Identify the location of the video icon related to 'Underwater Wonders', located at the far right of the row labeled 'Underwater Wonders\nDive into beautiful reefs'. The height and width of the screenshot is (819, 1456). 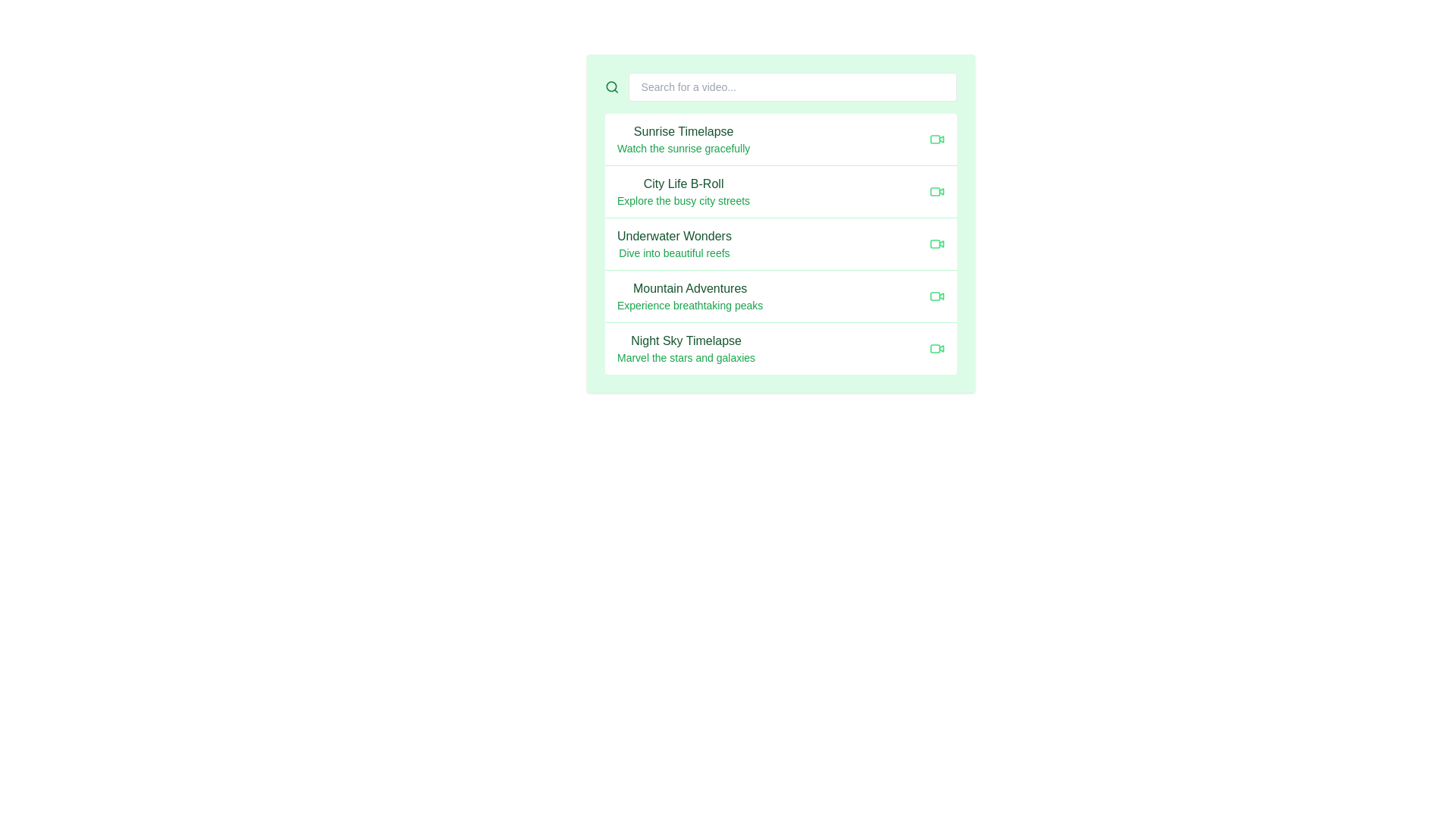
(937, 243).